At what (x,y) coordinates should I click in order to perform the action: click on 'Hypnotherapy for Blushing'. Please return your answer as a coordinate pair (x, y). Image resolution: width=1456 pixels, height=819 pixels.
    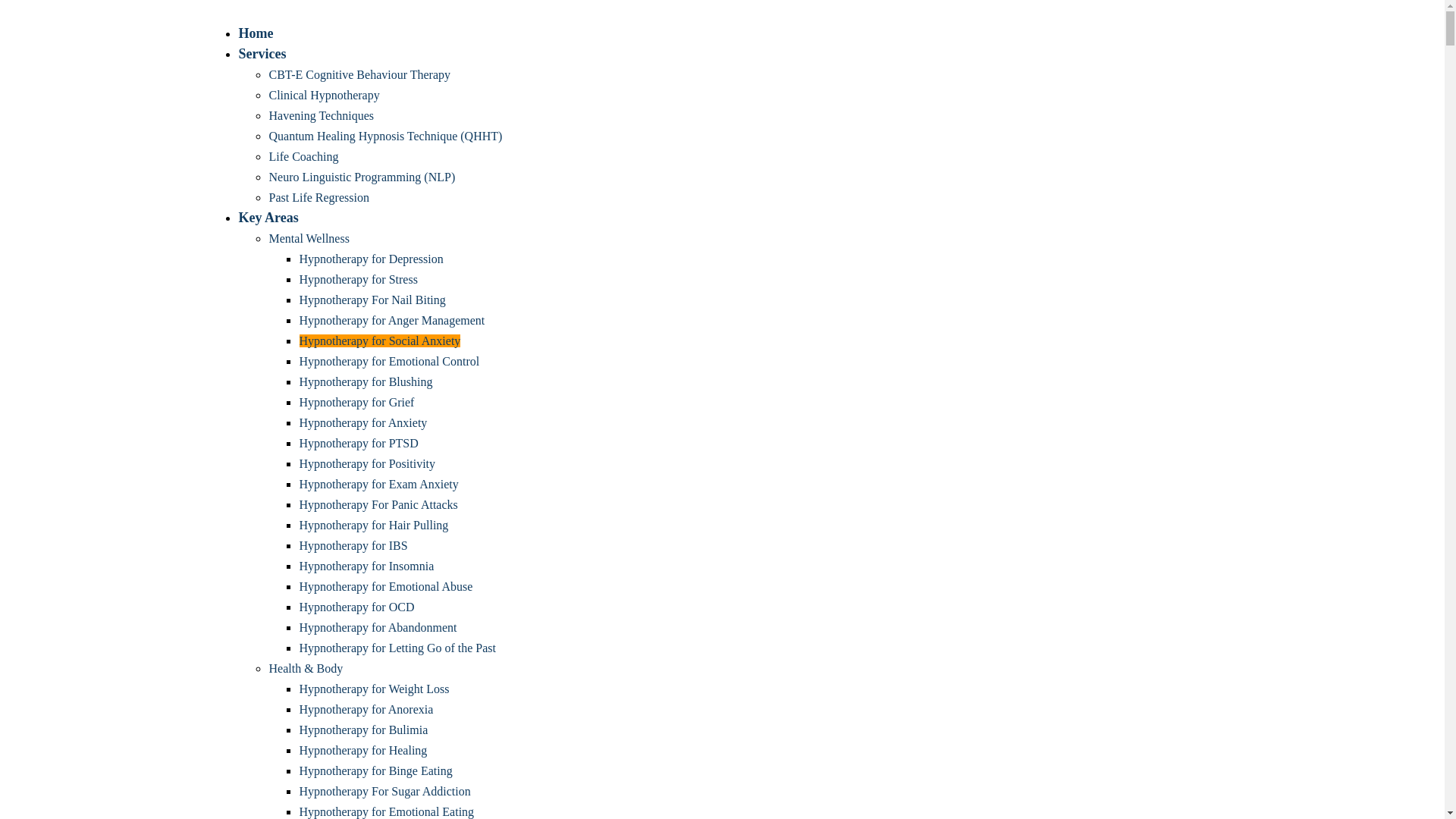
    Looking at the image, I should click on (365, 381).